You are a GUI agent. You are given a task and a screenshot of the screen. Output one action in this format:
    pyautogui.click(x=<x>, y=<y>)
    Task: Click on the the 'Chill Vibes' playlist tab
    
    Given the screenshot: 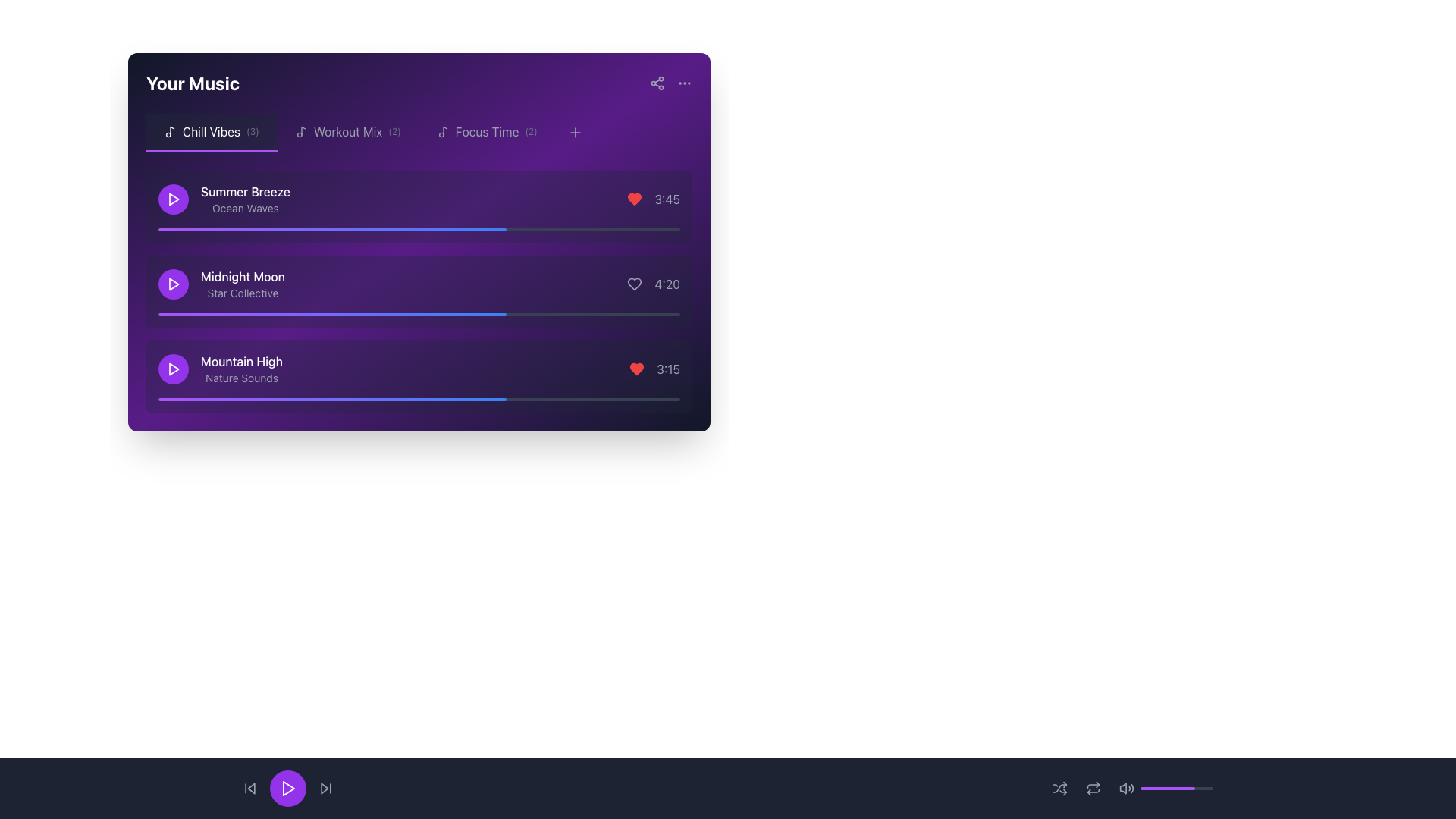 What is the action you would take?
    pyautogui.click(x=211, y=130)
    